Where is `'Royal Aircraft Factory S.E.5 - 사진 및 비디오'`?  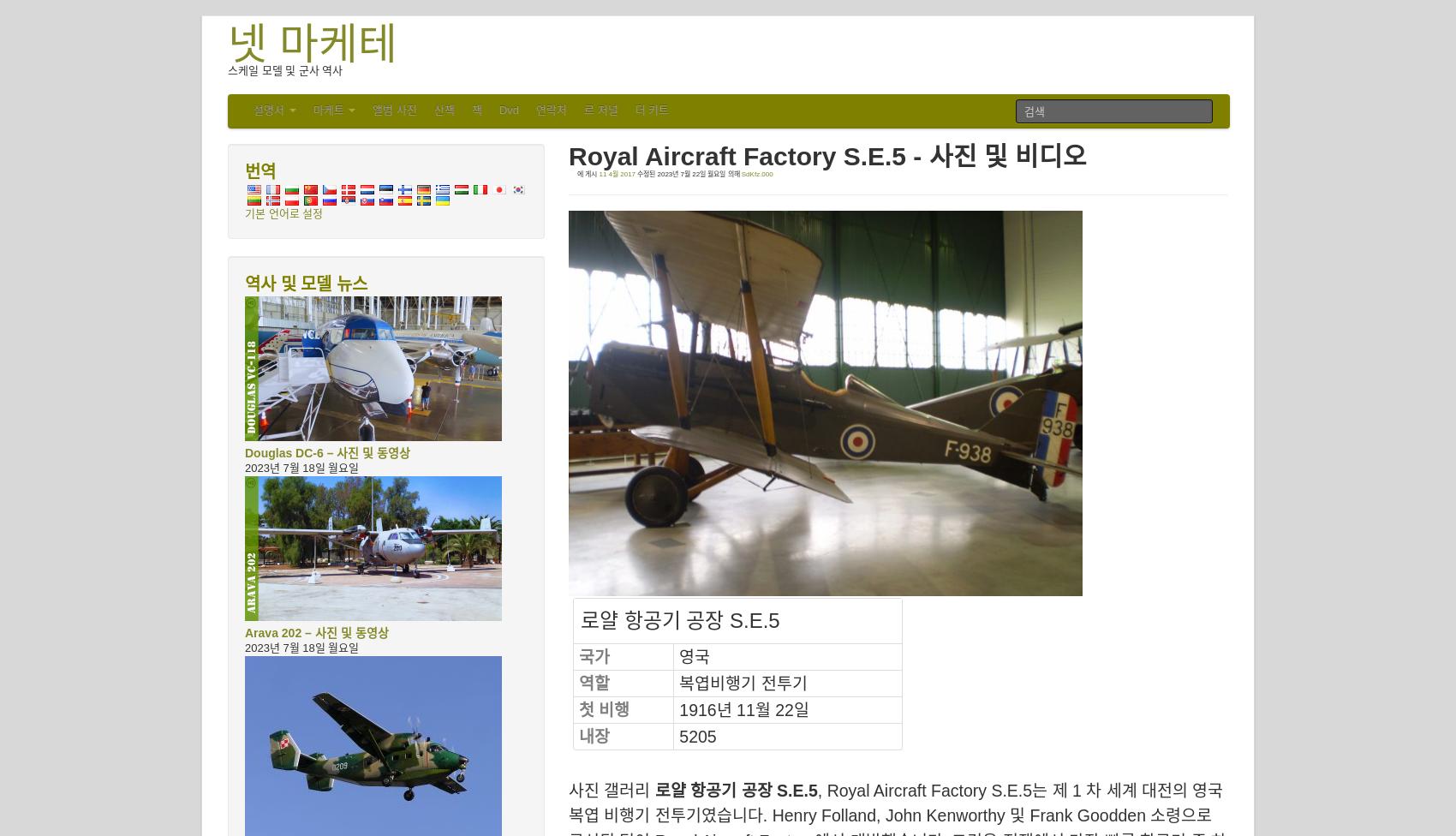
'Royal Aircraft Factory S.E.5 - 사진 및 비디오' is located at coordinates (826, 155).